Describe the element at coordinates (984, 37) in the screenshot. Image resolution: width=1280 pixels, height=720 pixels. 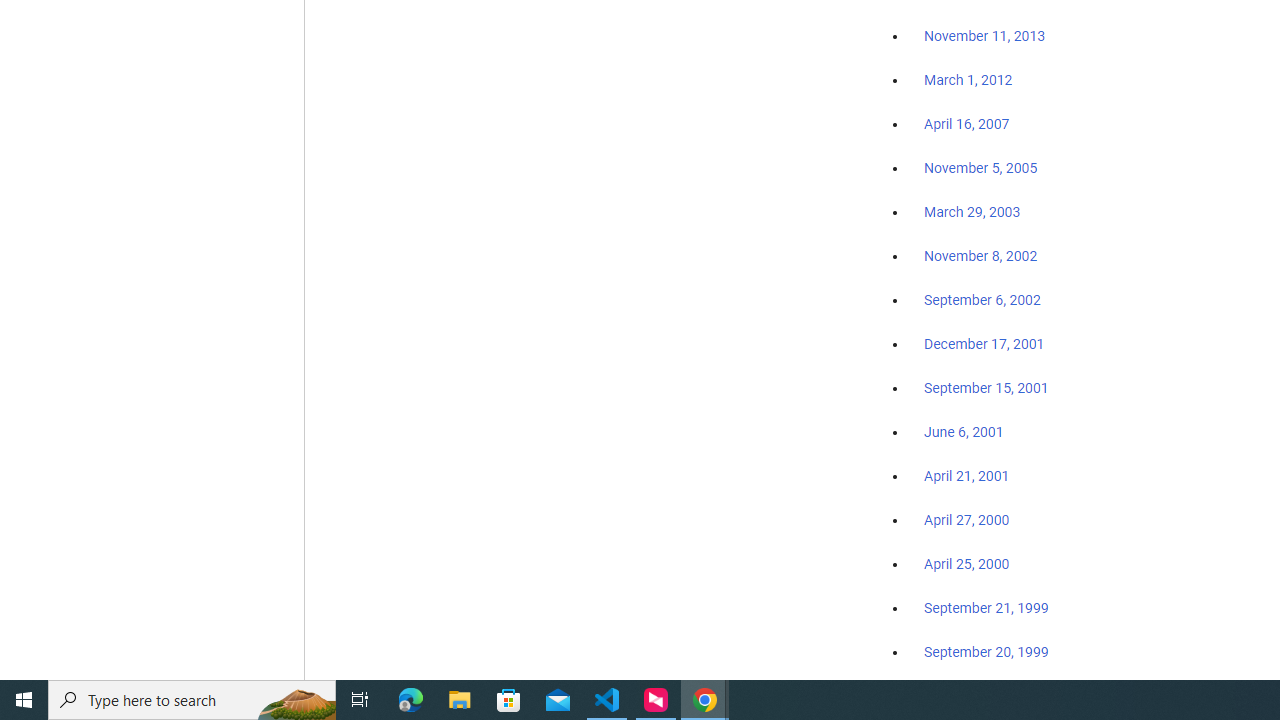
I see `'November 11, 2013'` at that location.